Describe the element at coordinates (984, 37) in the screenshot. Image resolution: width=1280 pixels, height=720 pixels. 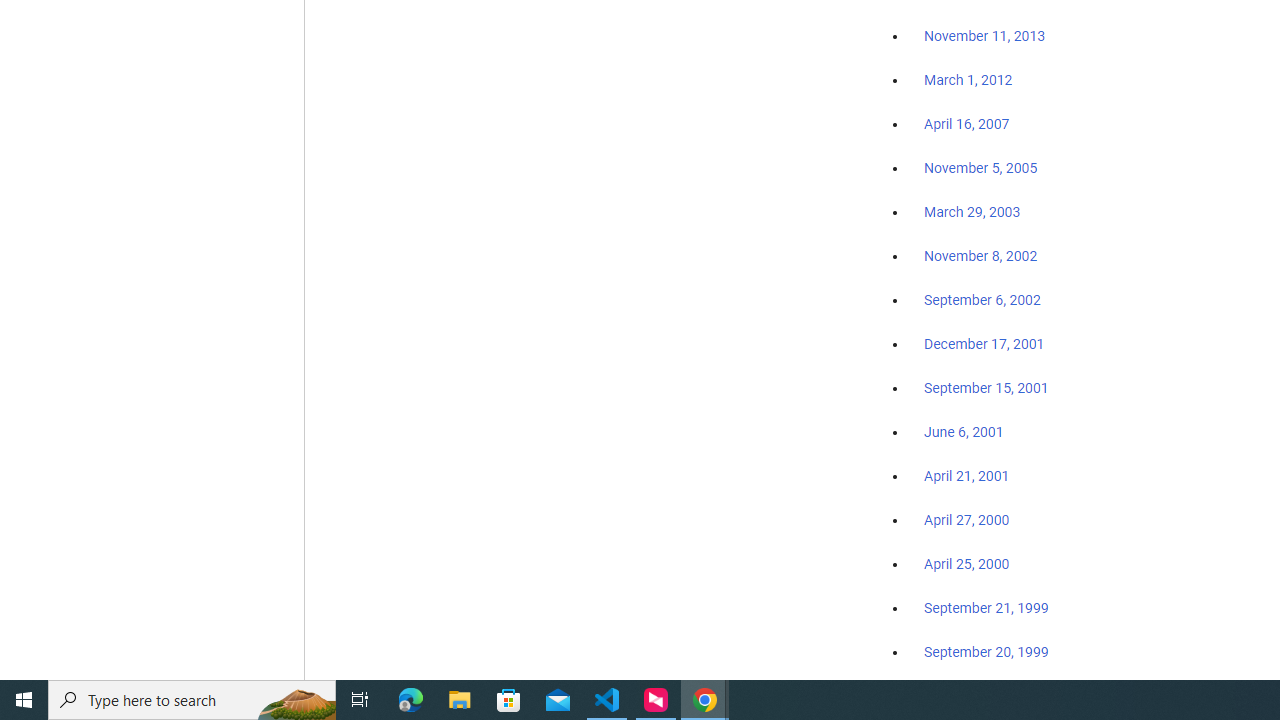
I see `'November 11, 2013'` at that location.